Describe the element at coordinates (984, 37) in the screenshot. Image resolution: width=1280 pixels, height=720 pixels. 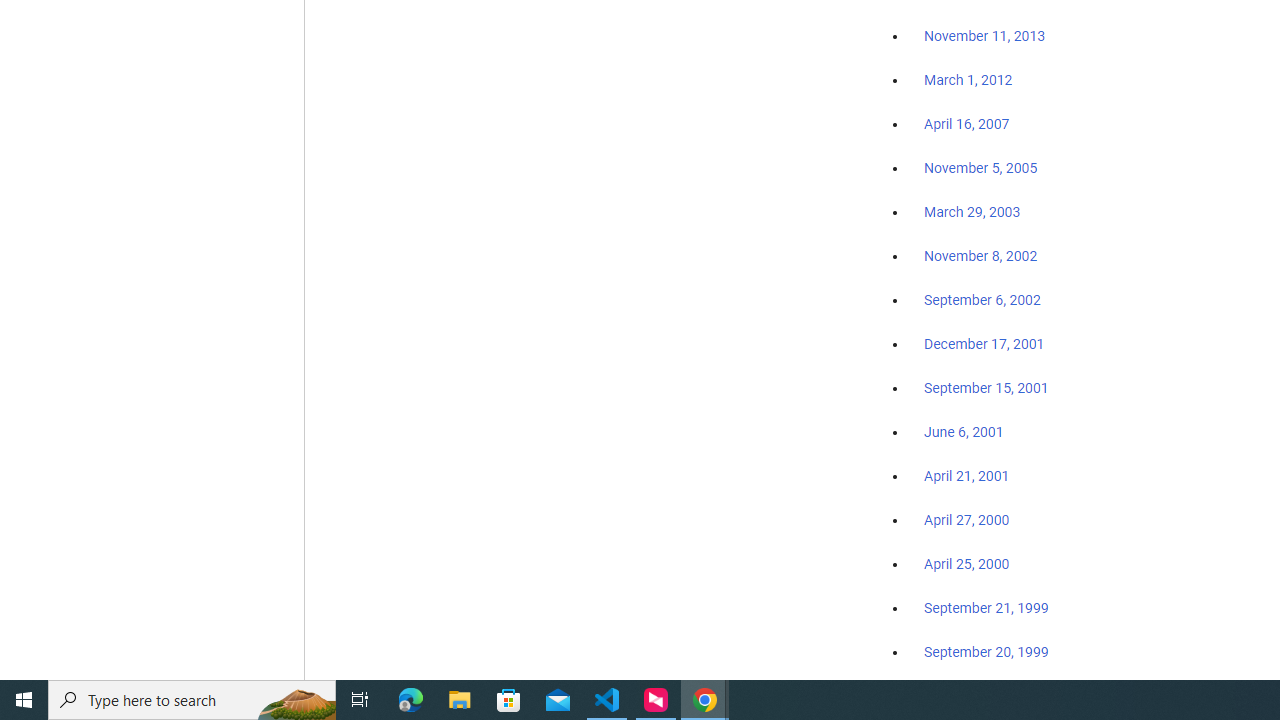
I see `'November 11, 2013'` at that location.